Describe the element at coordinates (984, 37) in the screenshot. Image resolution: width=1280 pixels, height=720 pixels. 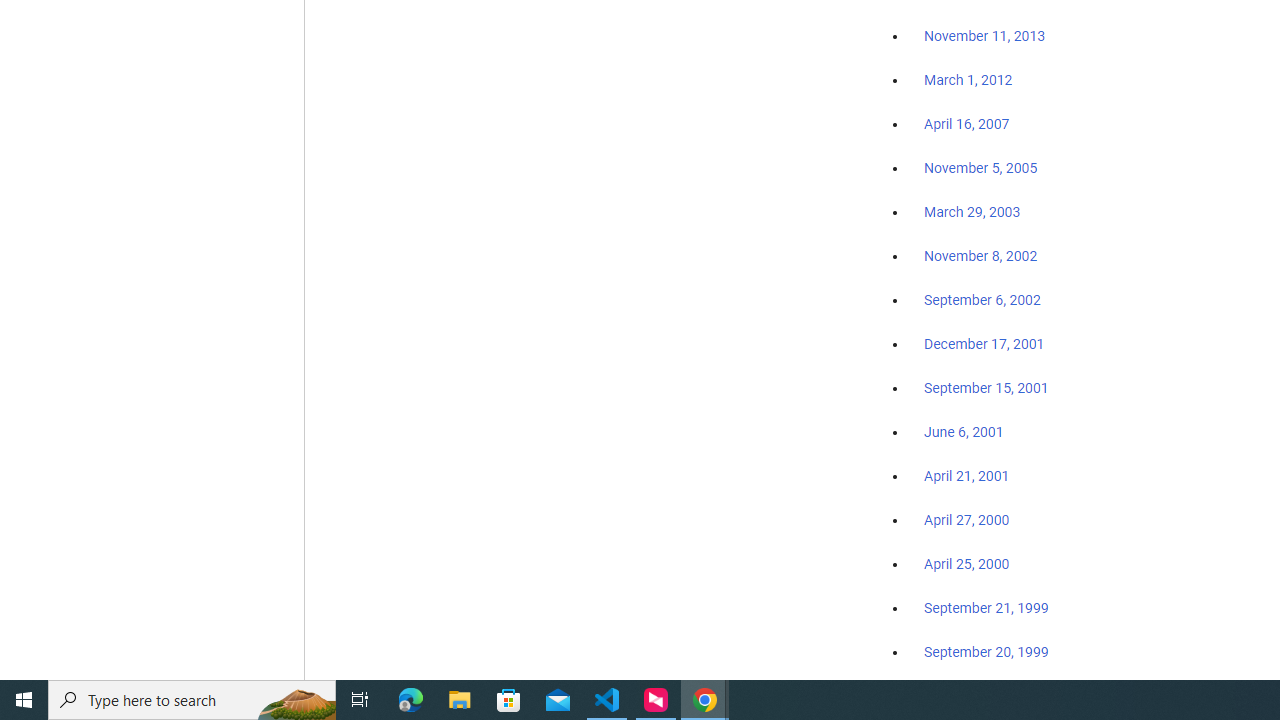
I see `'November 11, 2013'` at that location.